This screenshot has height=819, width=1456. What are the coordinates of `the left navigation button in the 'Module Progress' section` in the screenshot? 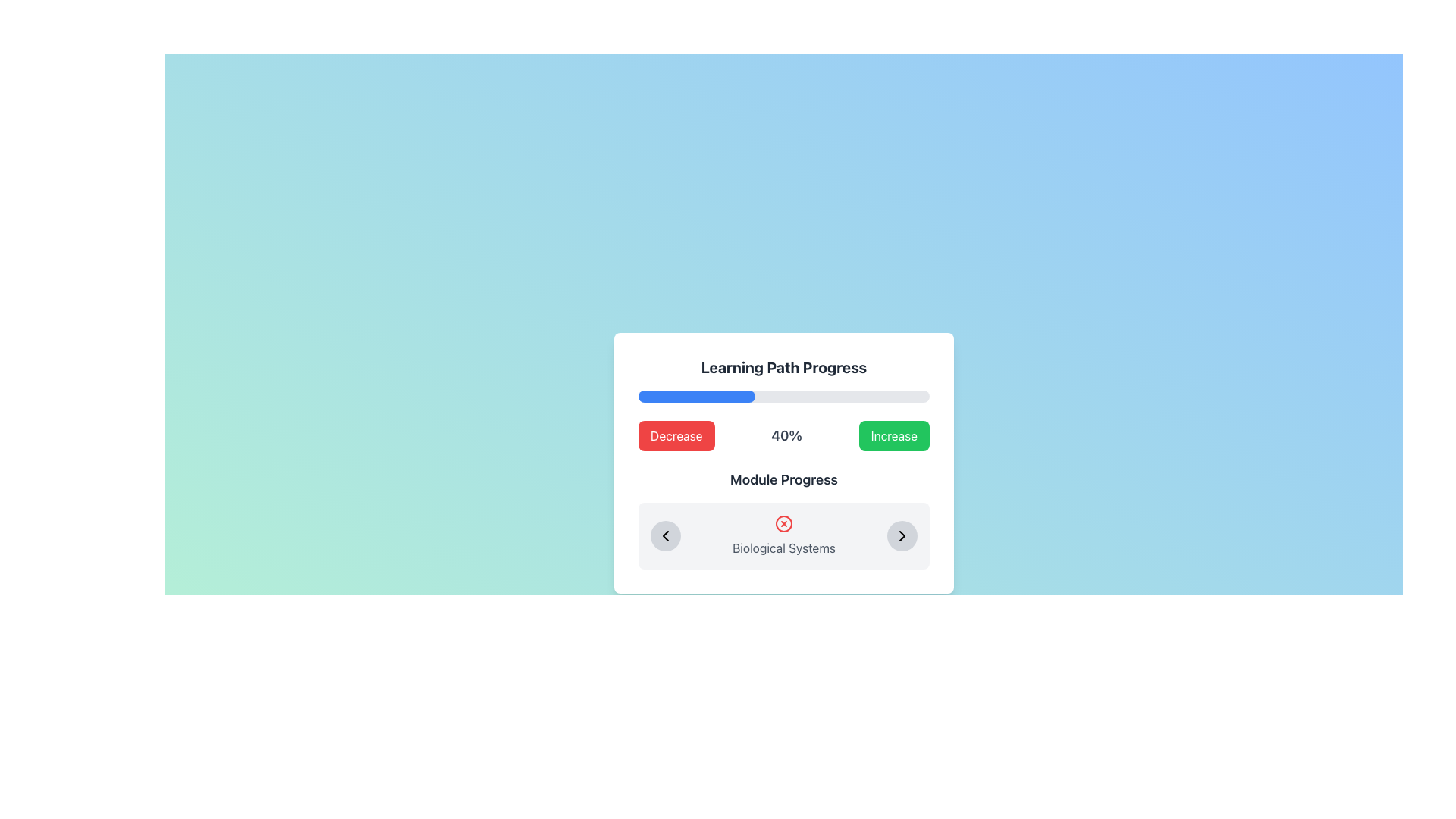 It's located at (666, 535).